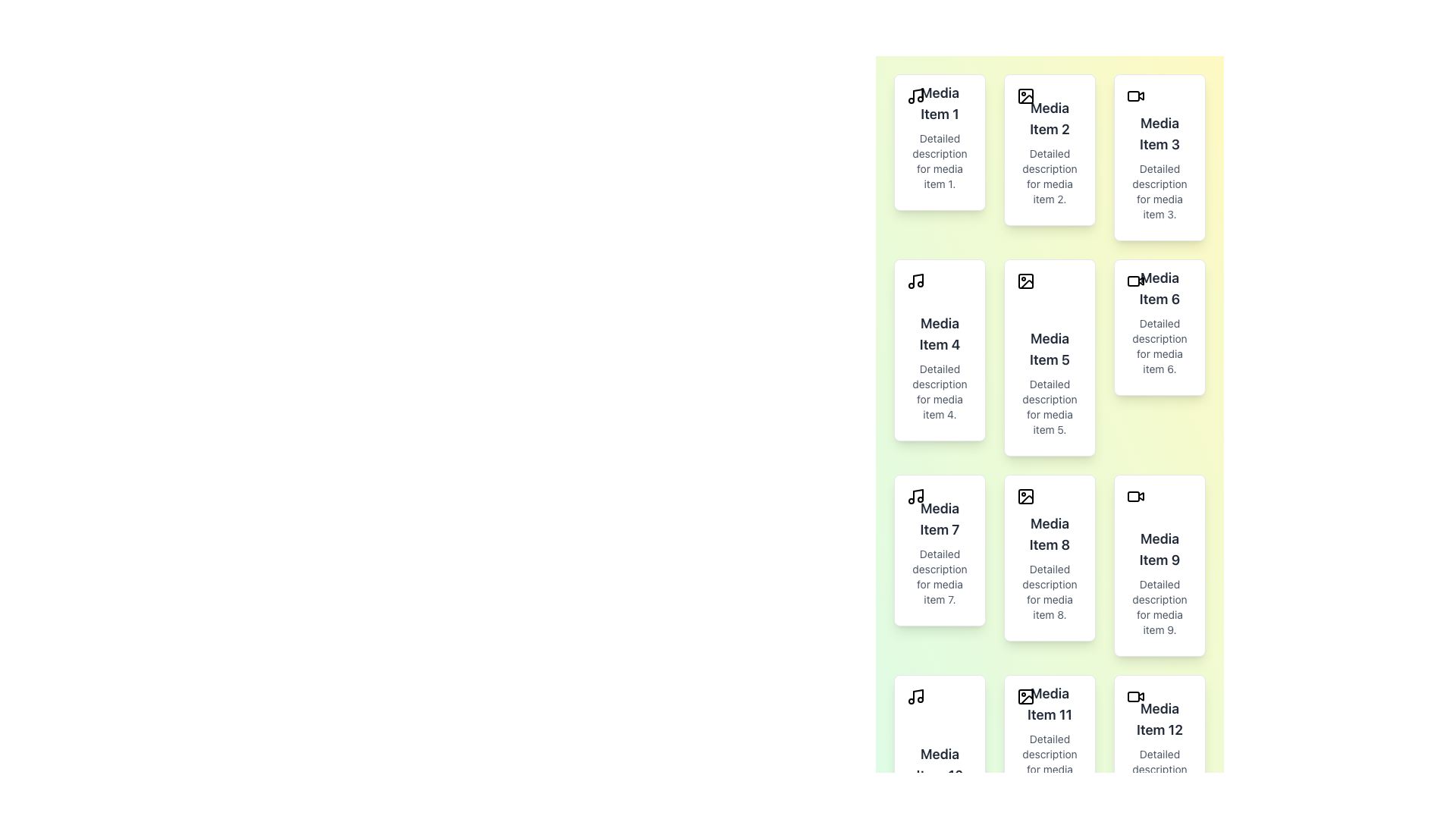 The image size is (1456, 819). What do you see at coordinates (939, 103) in the screenshot?
I see `title text displayed at the top of the first card in the grid layout, which serves as the primary identifier for the media item` at bounding box center [939, 103].